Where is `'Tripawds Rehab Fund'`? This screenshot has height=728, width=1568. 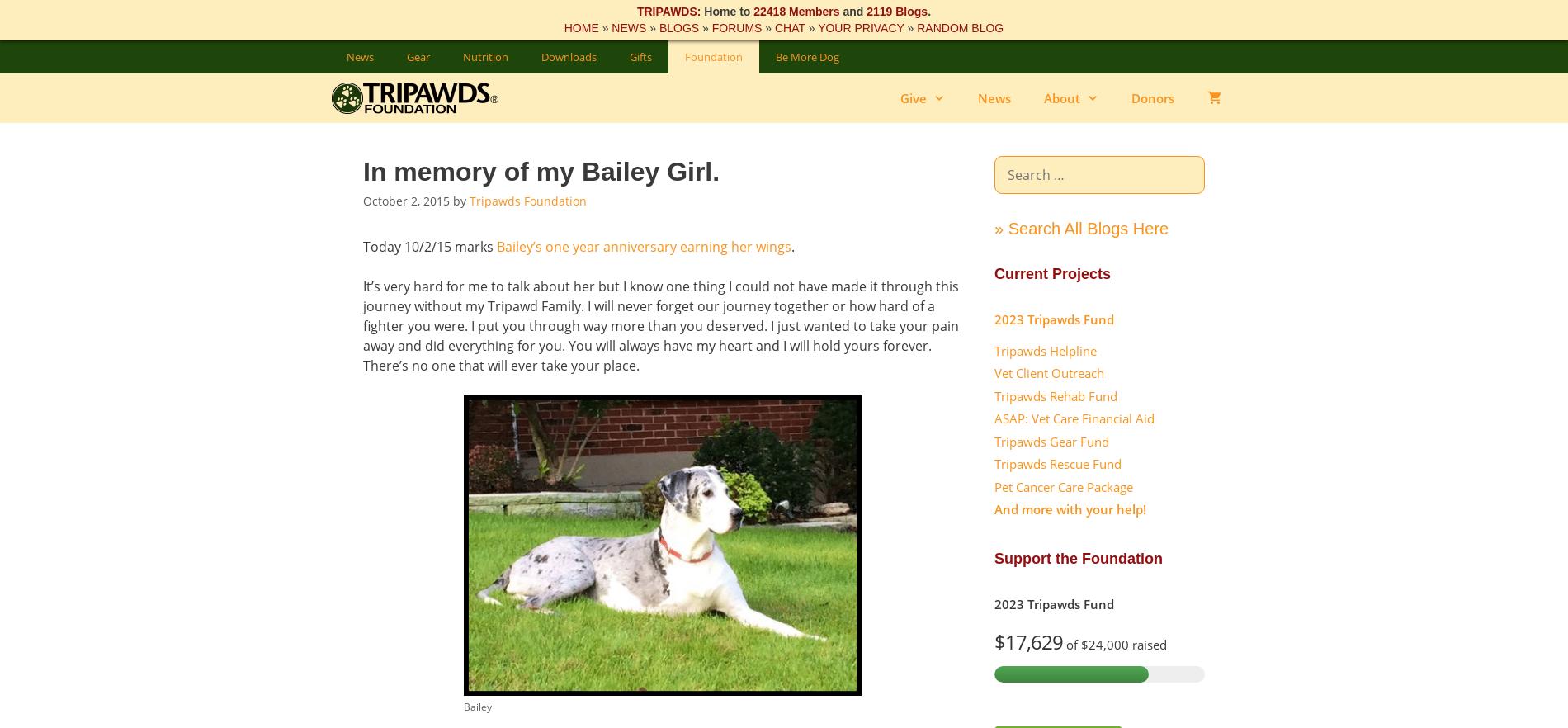 'Tripawds Rehab Fund' is located at coordinates (1055, 395).